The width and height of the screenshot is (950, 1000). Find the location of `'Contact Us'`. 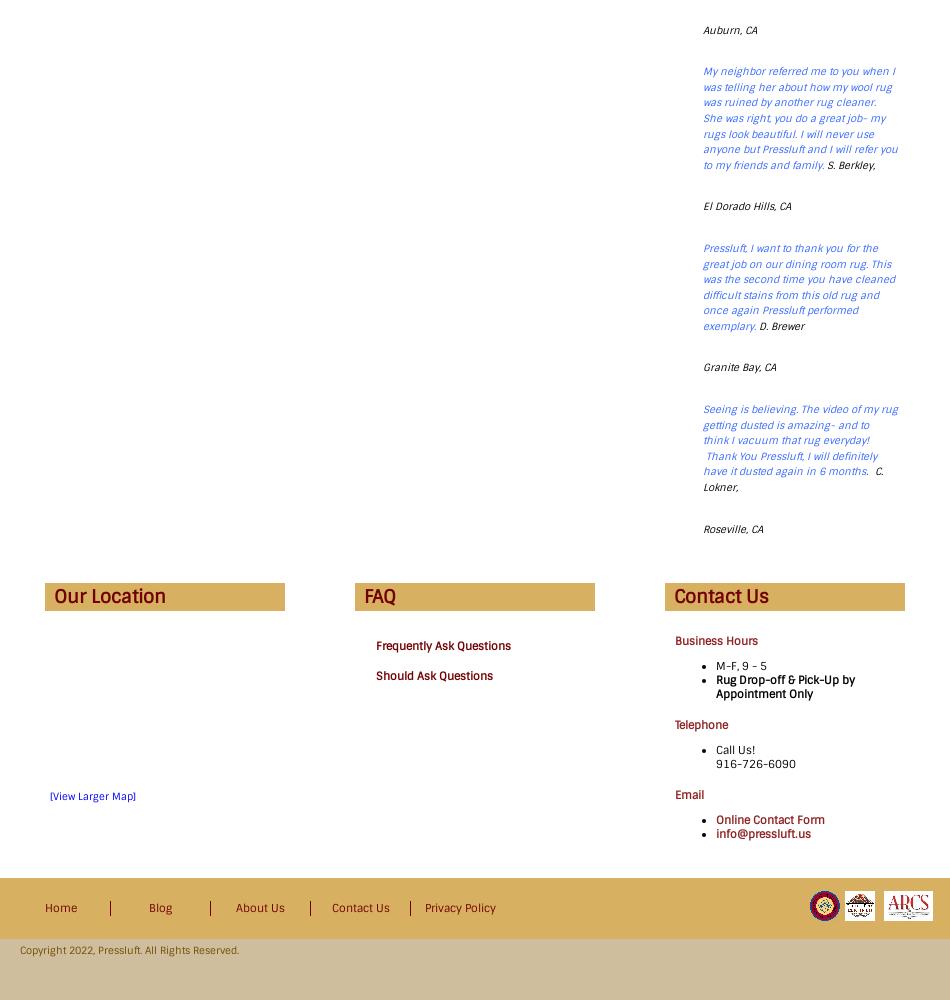

'Contact Us' is located at coordinates (720, 596).